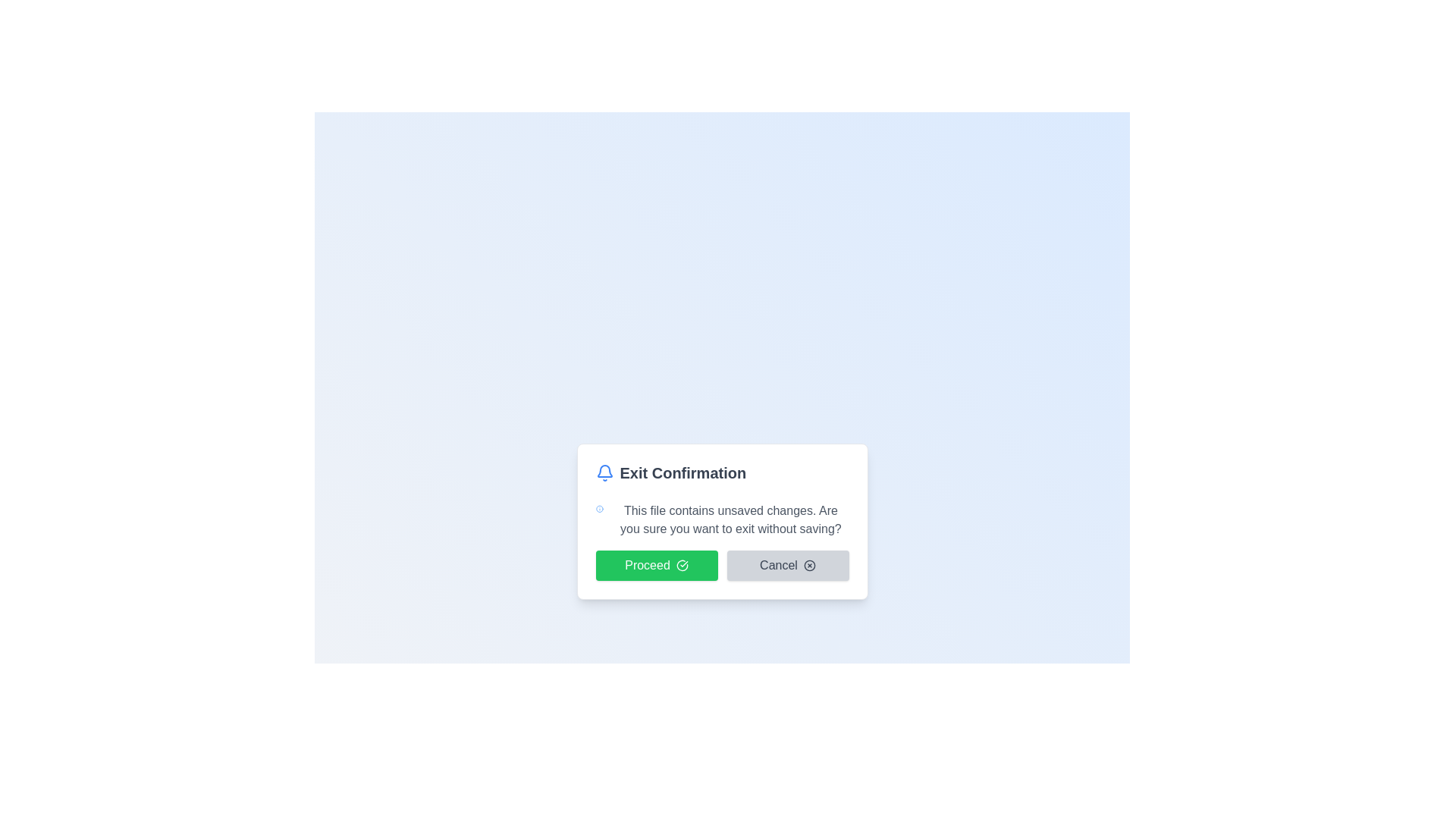  What do you see at coordinates (721, 565) in the screenshot?
I see `the 'Proceed' button, which is styled with a green background and contains a checkmark icon, to confirm the action` at bounding box center [721, 565].